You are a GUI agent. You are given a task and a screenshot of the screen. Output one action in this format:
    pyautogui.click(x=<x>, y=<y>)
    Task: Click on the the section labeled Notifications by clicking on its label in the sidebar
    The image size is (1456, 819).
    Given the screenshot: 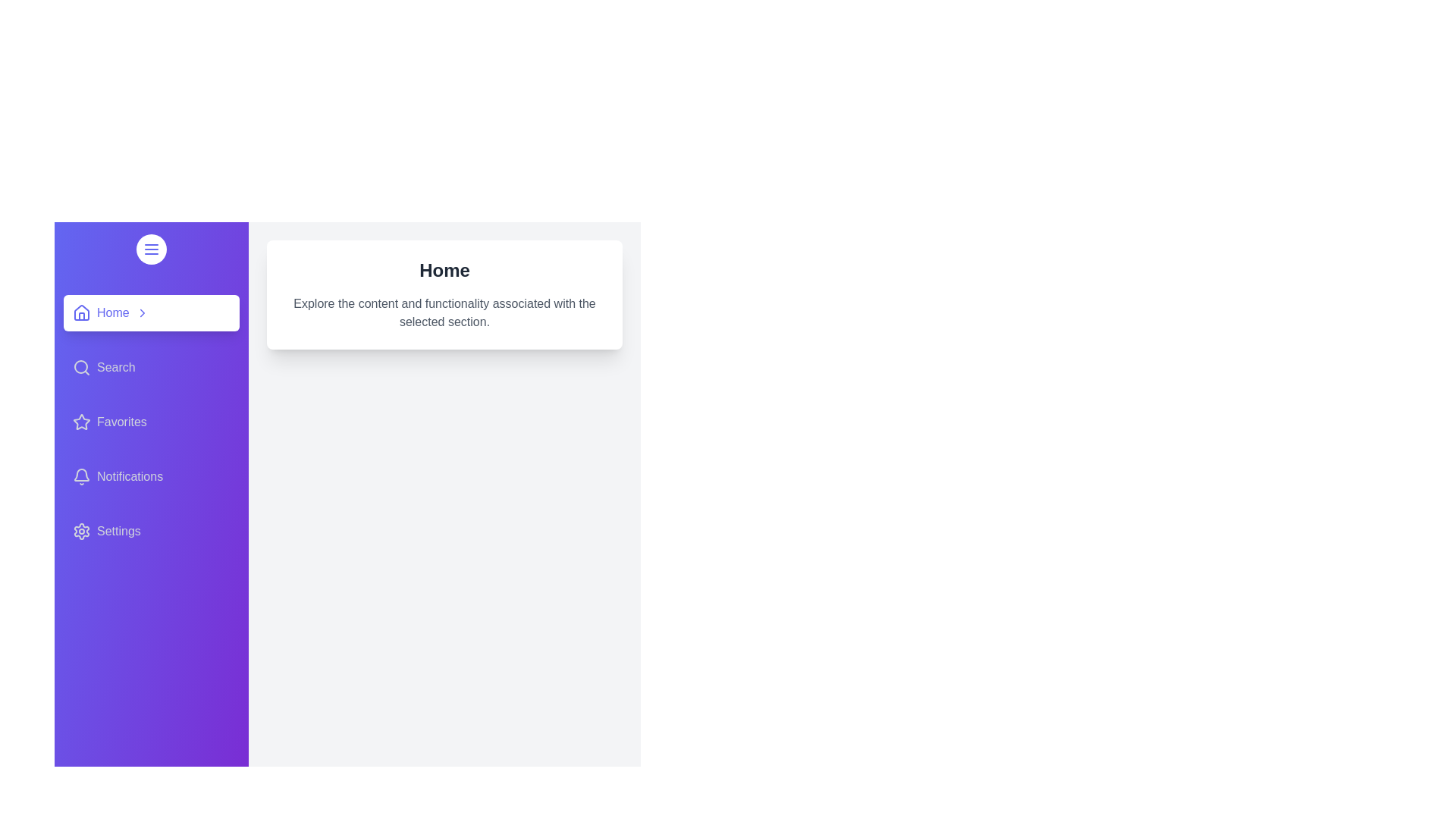 What is the action you would take?
    pyautogui.click(x=152, y=475)
    